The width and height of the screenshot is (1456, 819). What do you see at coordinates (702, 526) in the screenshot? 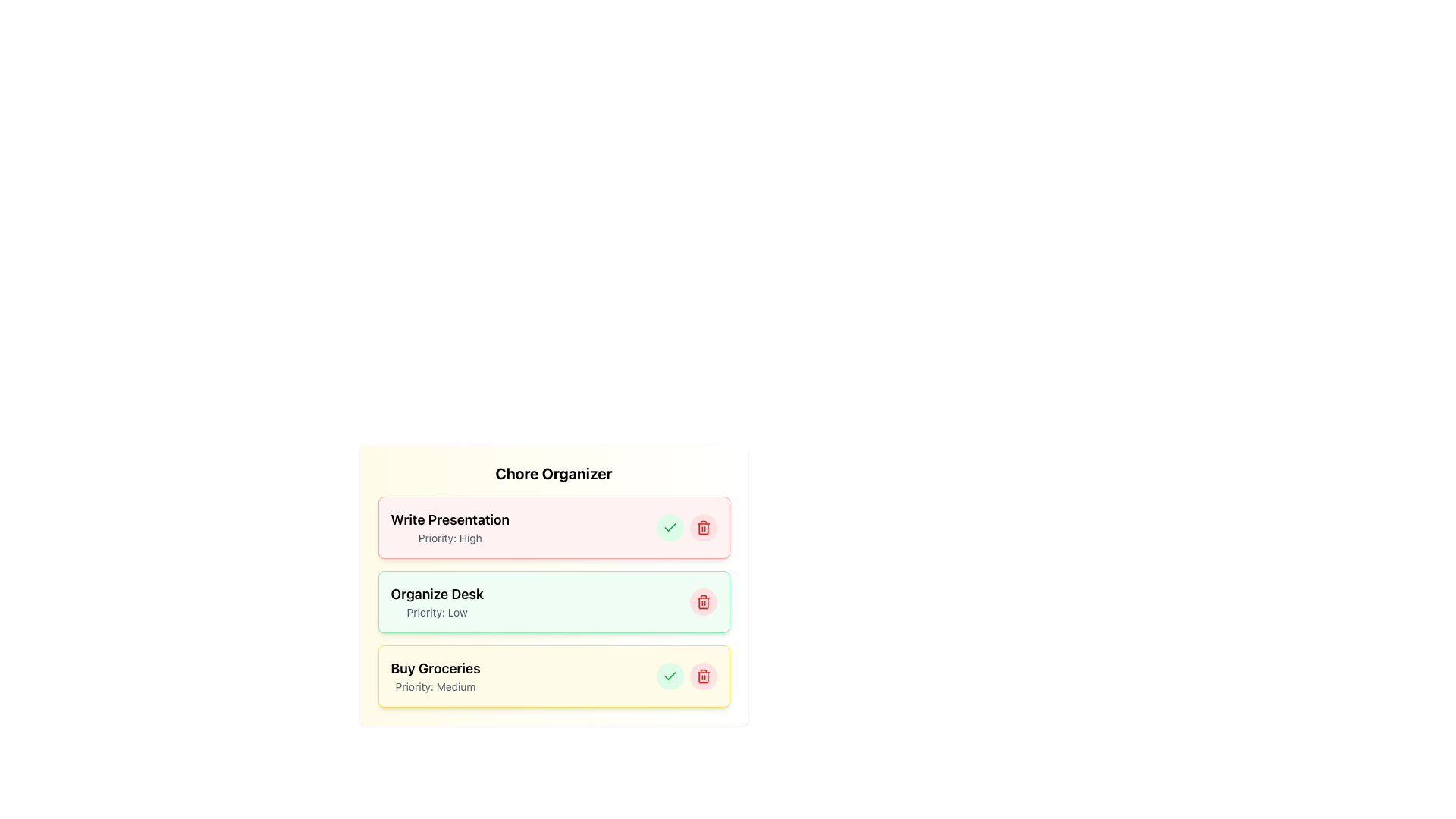
I see `the delete icon button located at the top-right corner of the 'Write Presentation' task item to initiate the deletion process` at bounding box center [702, 526].